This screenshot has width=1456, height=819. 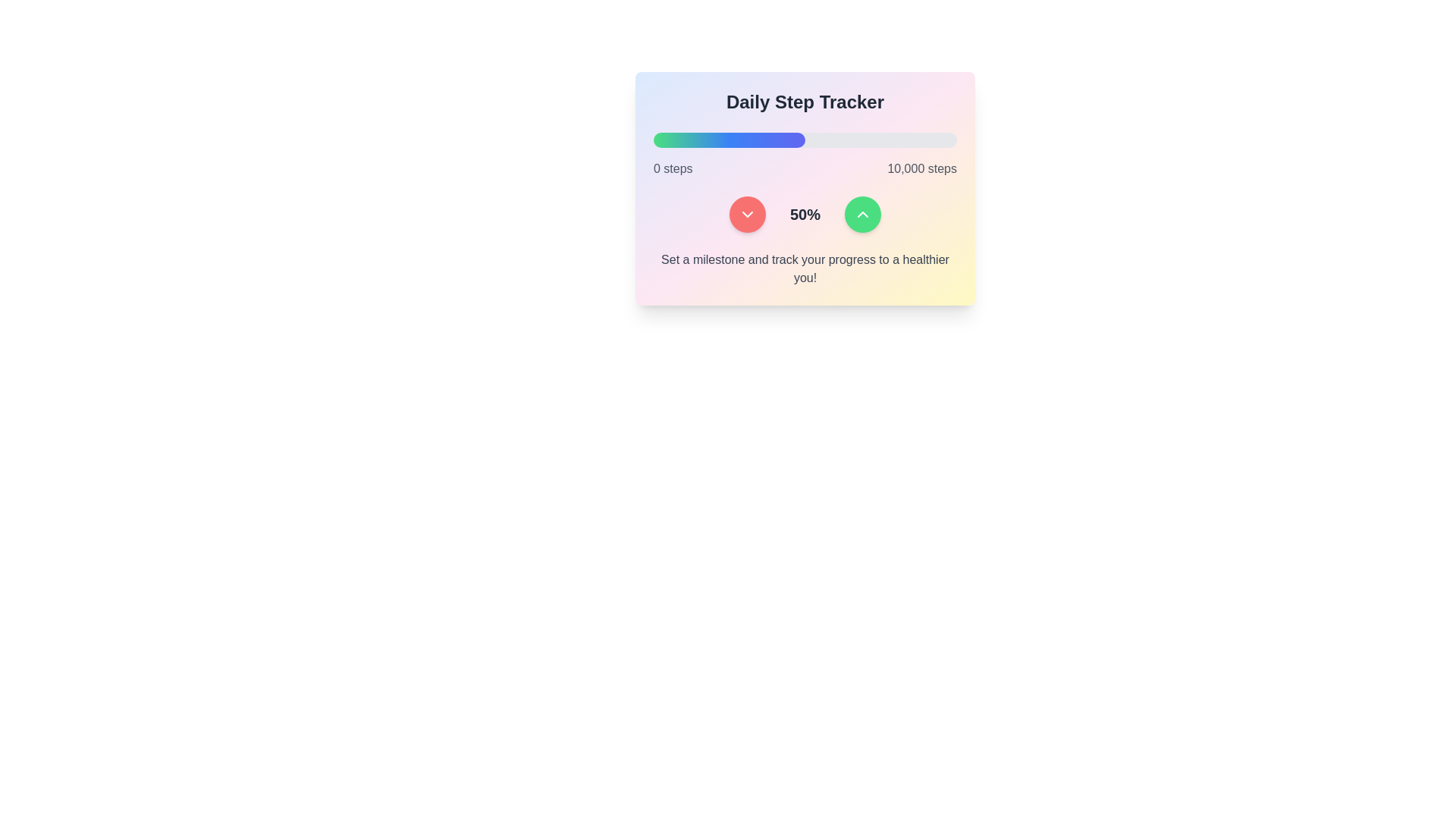 What do you see at coordinates (804, 268) in the screenshot?
I see `the text component displaying the message 'Set a milestone and track your progress to a healthier you!', which is located at the bottom of the 'Daily Step Tracker' card` at bounding box center [804, 268].